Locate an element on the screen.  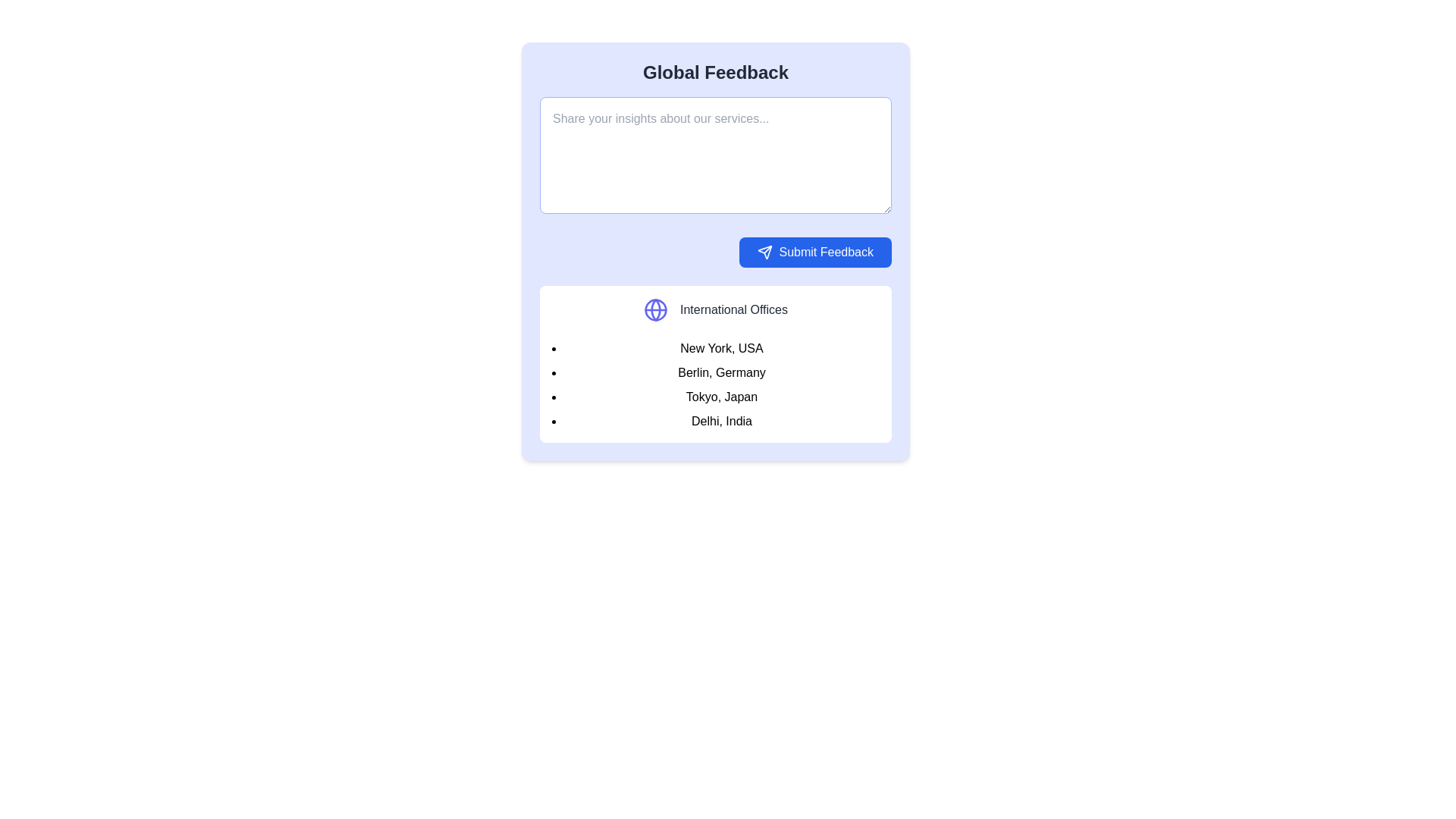
the Text label displaying 'Tokyo, Japan' which is the third item in a vertical list of locations within the 'International Offices' section is located at coordinates (720, 397).